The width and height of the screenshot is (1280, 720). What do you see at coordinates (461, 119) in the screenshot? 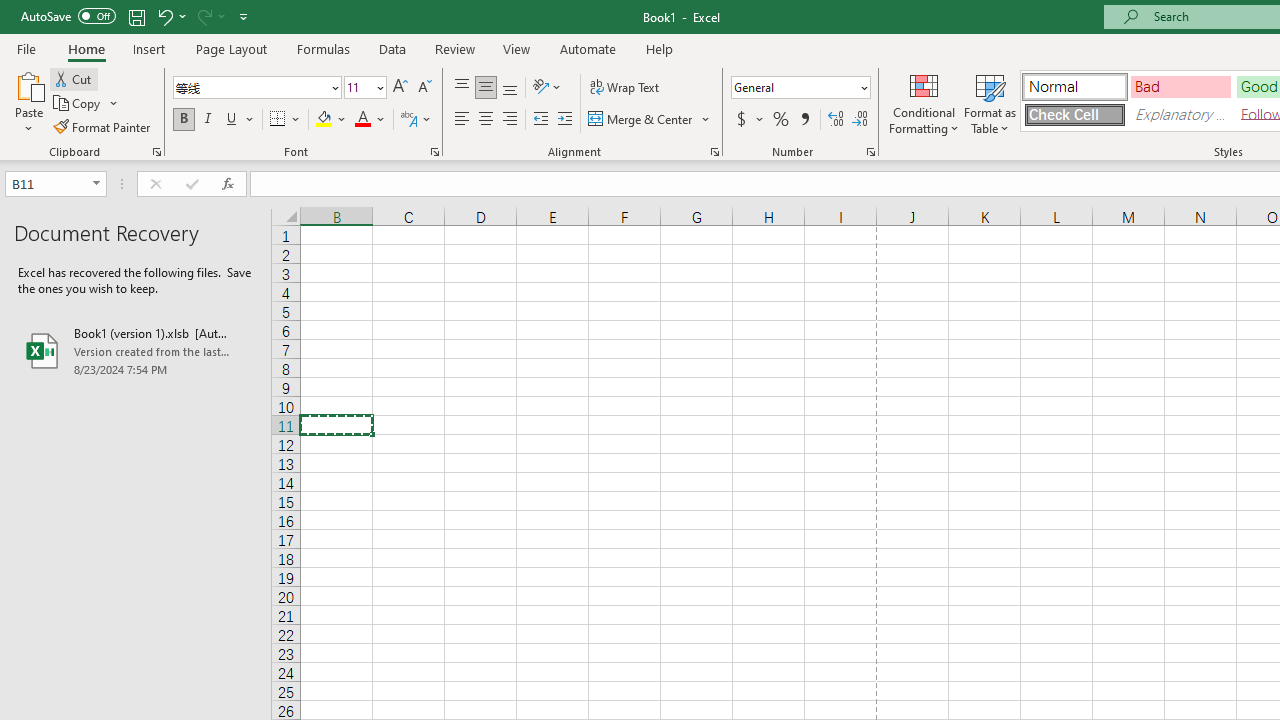
I see `'Align Left'` at bounding box center [461, 119].